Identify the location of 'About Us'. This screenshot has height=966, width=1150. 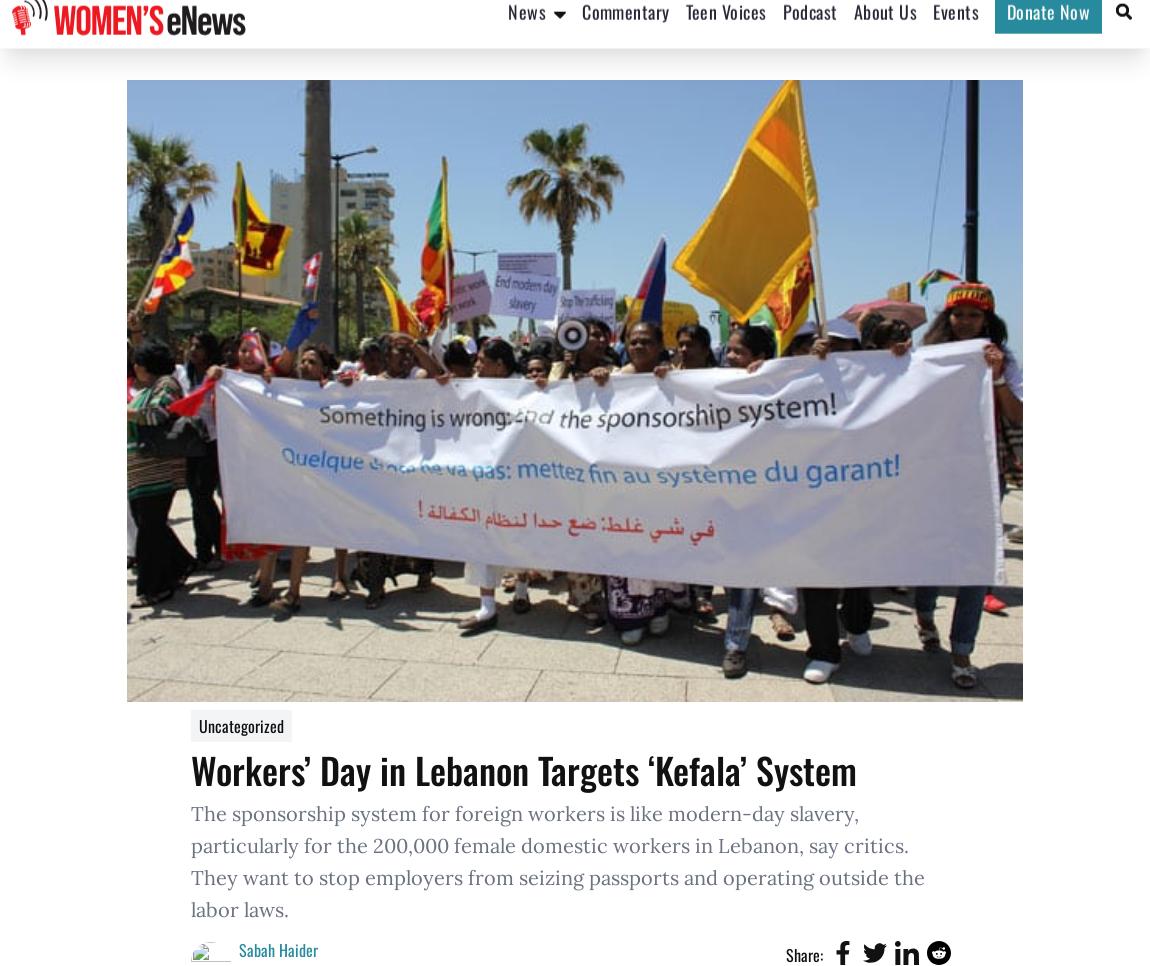
(885, 33).